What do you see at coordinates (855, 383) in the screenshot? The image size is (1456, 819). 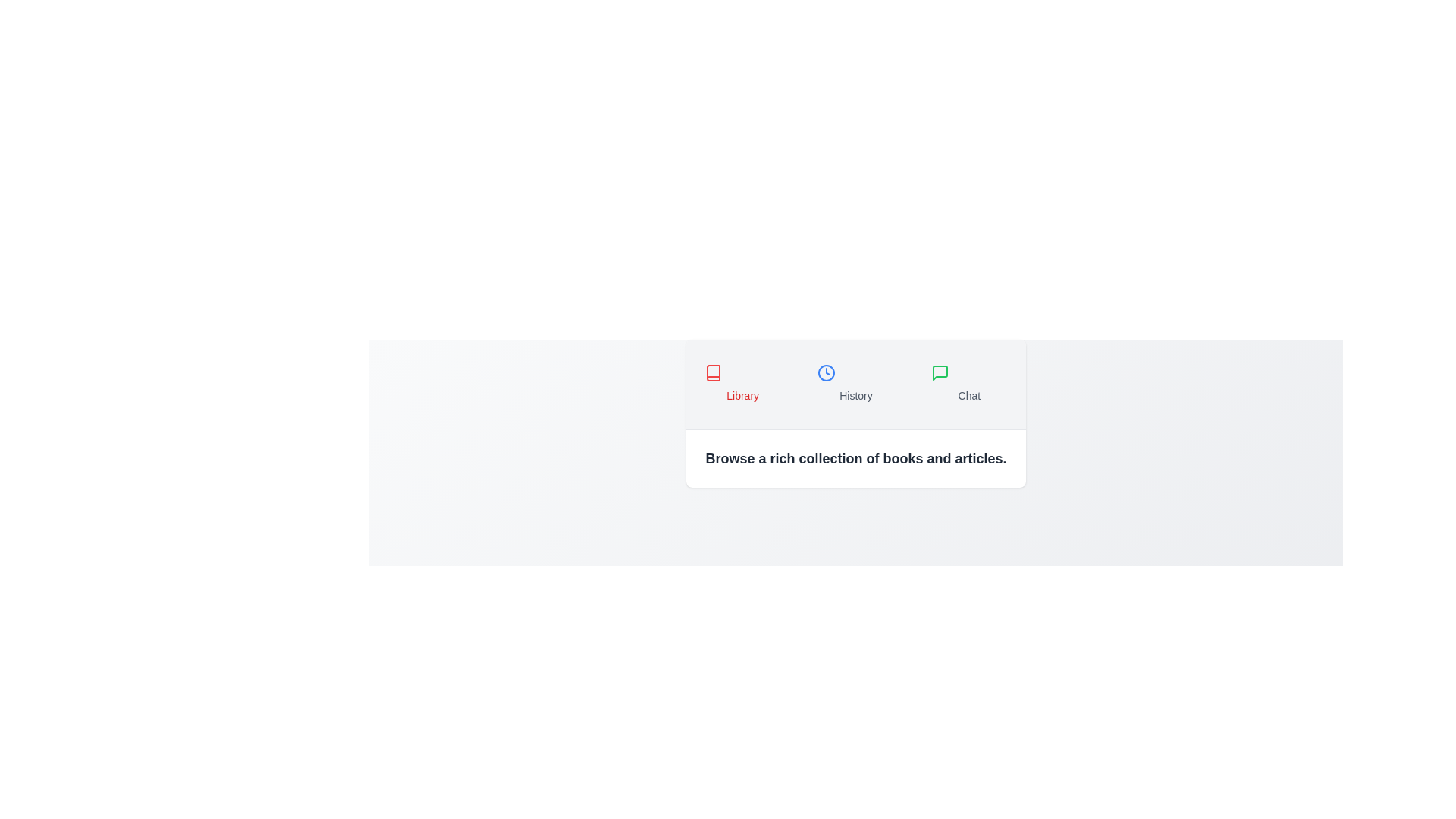 I see `the History tab to view its content` at bounding box center [855, 383].